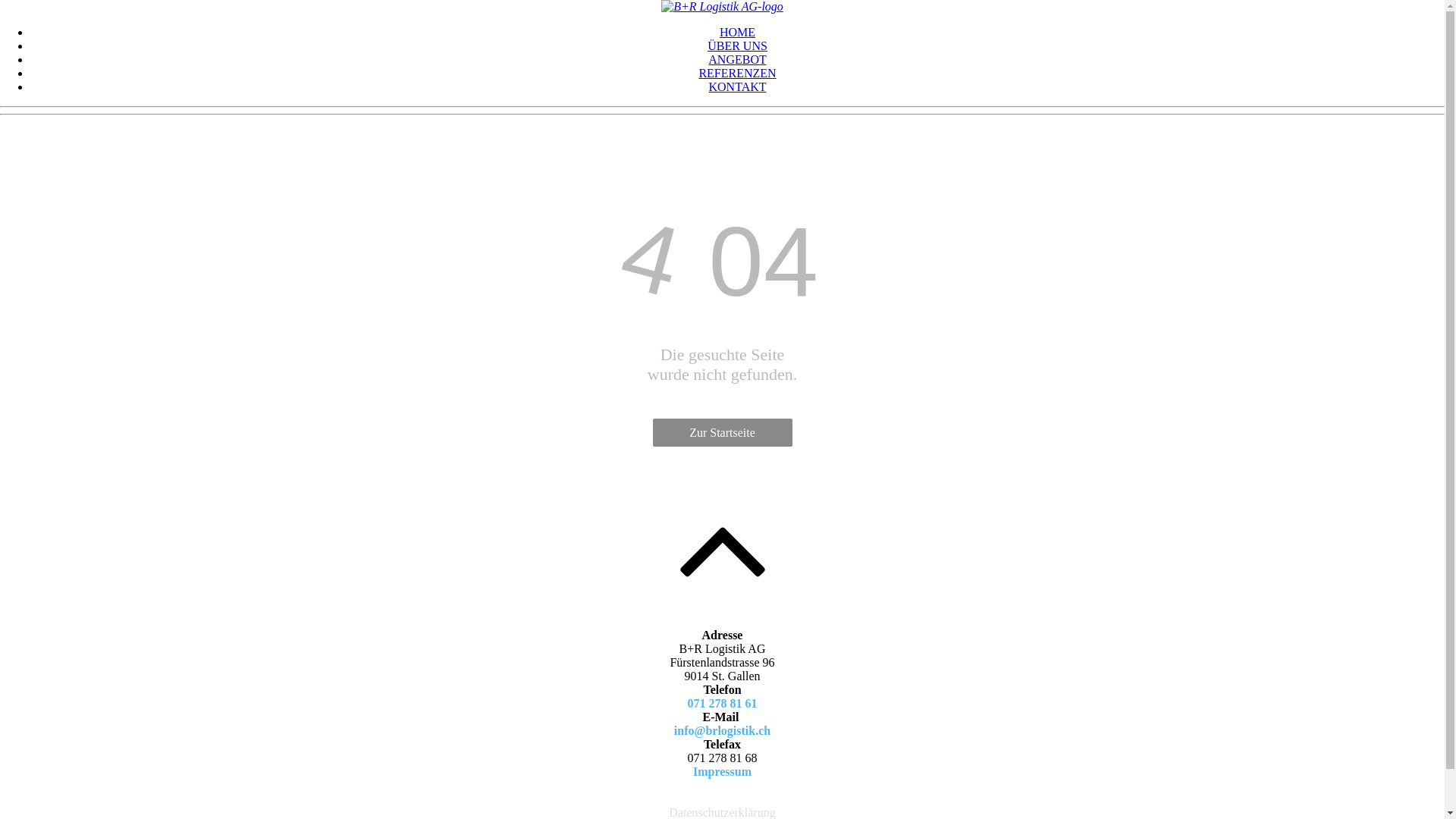  What do you see at coordinates (673, 730) in the screenshot?
I see `'info@brlogistik.ch'` at bounding box center [673, 730].